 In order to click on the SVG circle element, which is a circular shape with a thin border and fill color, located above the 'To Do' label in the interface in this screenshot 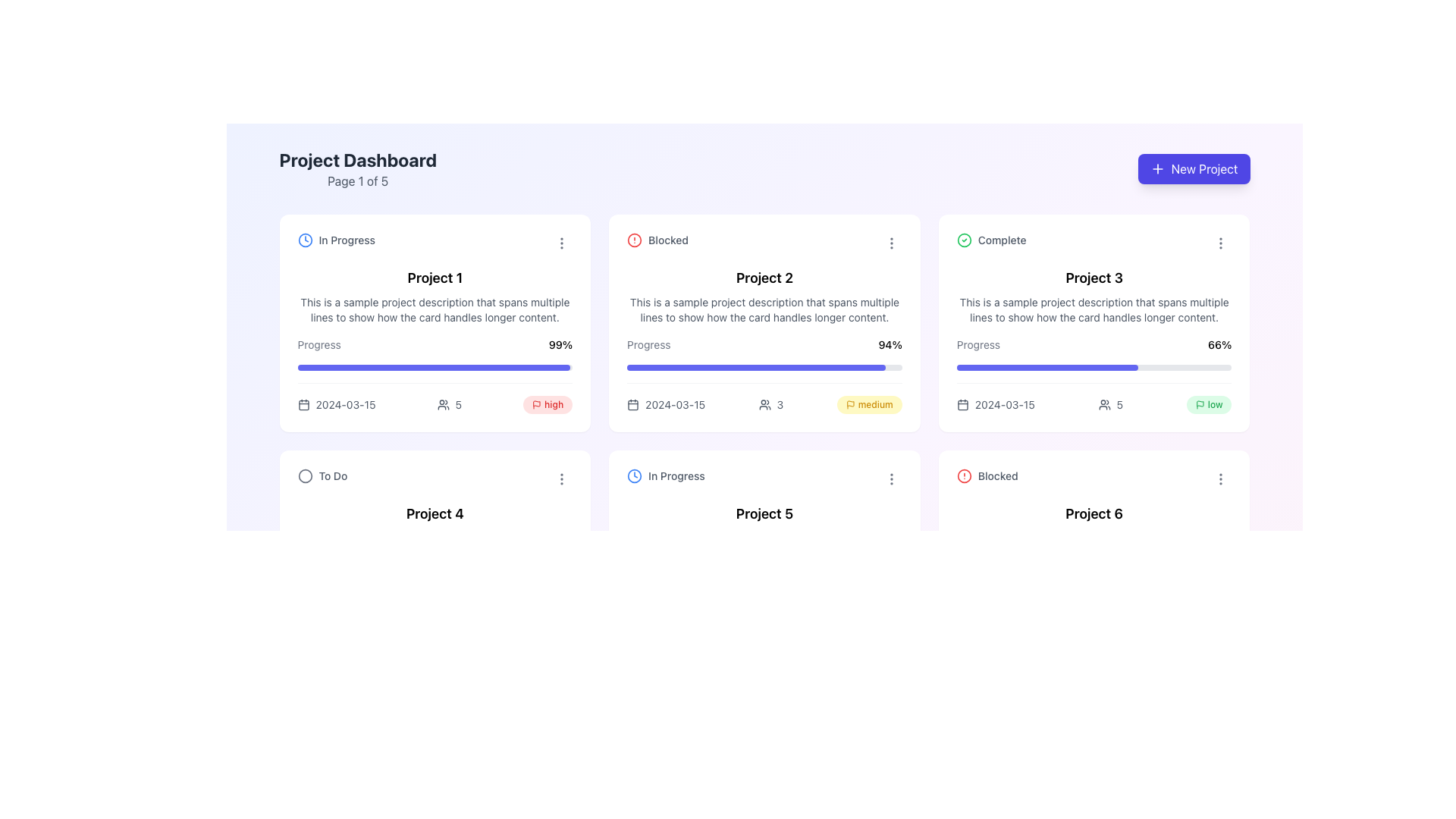, I will do `click(304, 475)`.